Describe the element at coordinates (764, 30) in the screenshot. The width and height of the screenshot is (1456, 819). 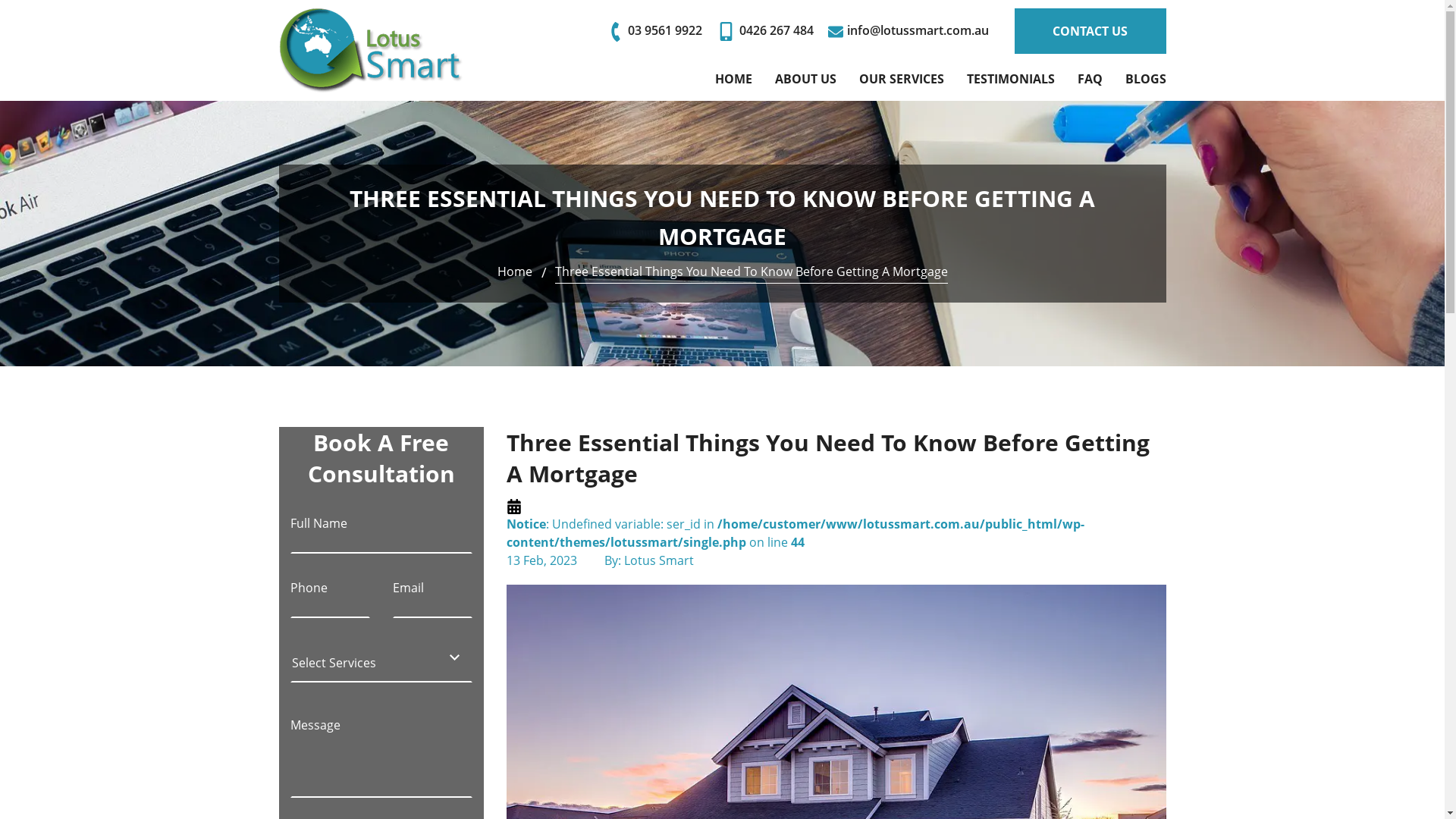
I see `'0426 267 484'` at that location.